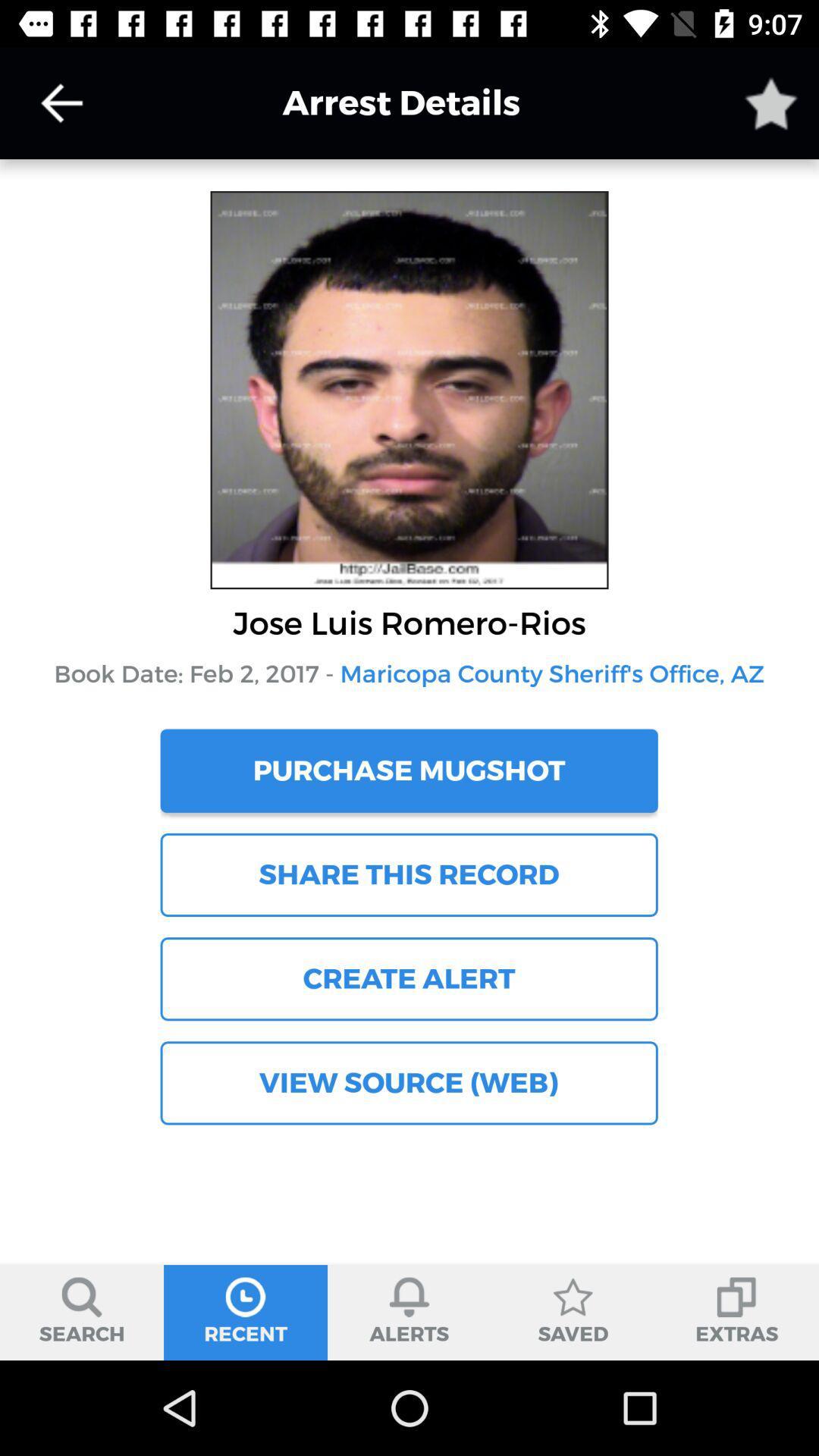  Describe the element at coordinates (771, 102) in the screenshot. I see `arrest details` at that location.